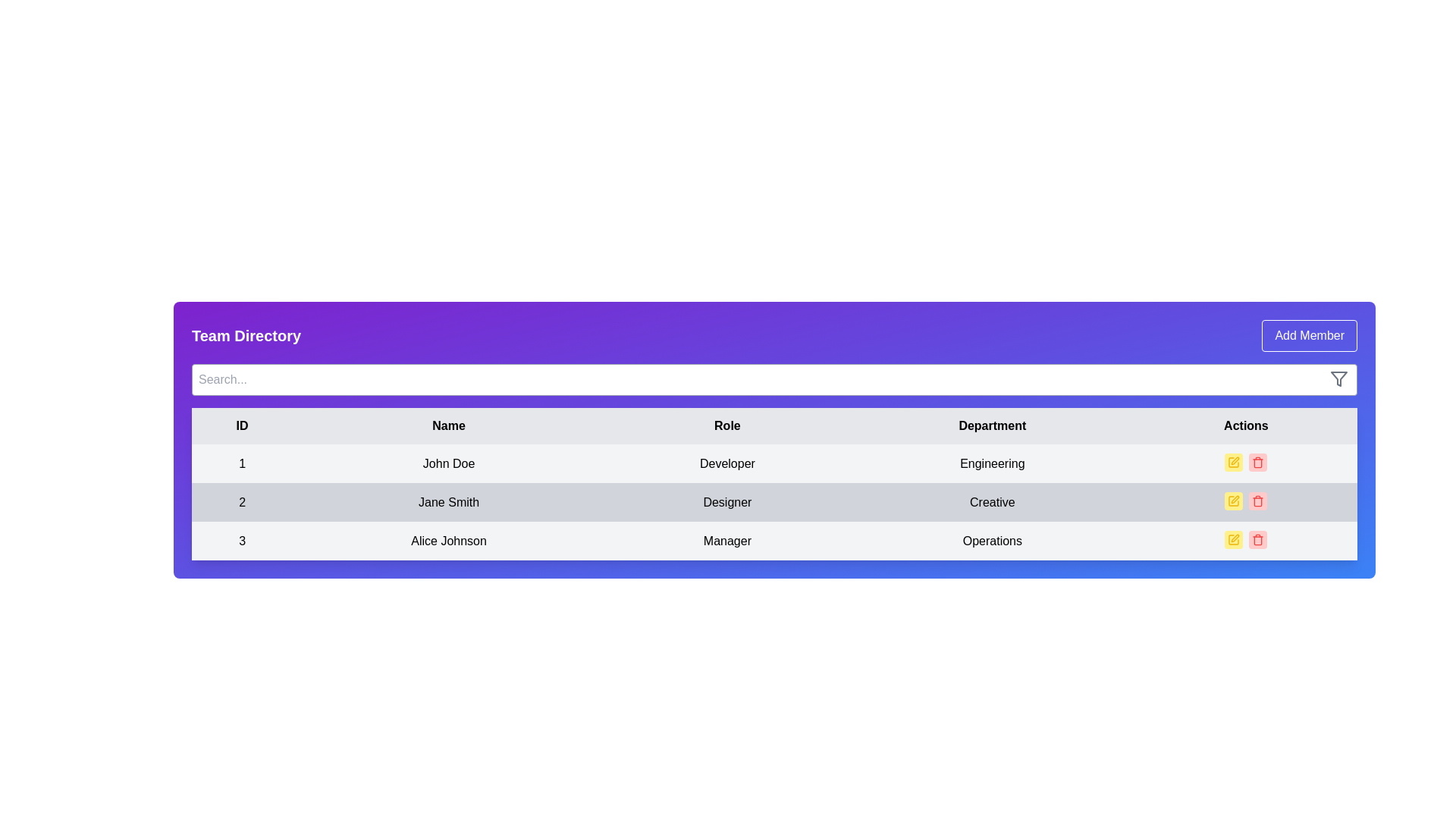 The width and height of the screenshot is (1456, 819). Describe the element at coordinates (241, 502) in the screenshot. I see `the numeric character '2' displayed in a bold, black font on a light grey rectangular background, located` at that location.